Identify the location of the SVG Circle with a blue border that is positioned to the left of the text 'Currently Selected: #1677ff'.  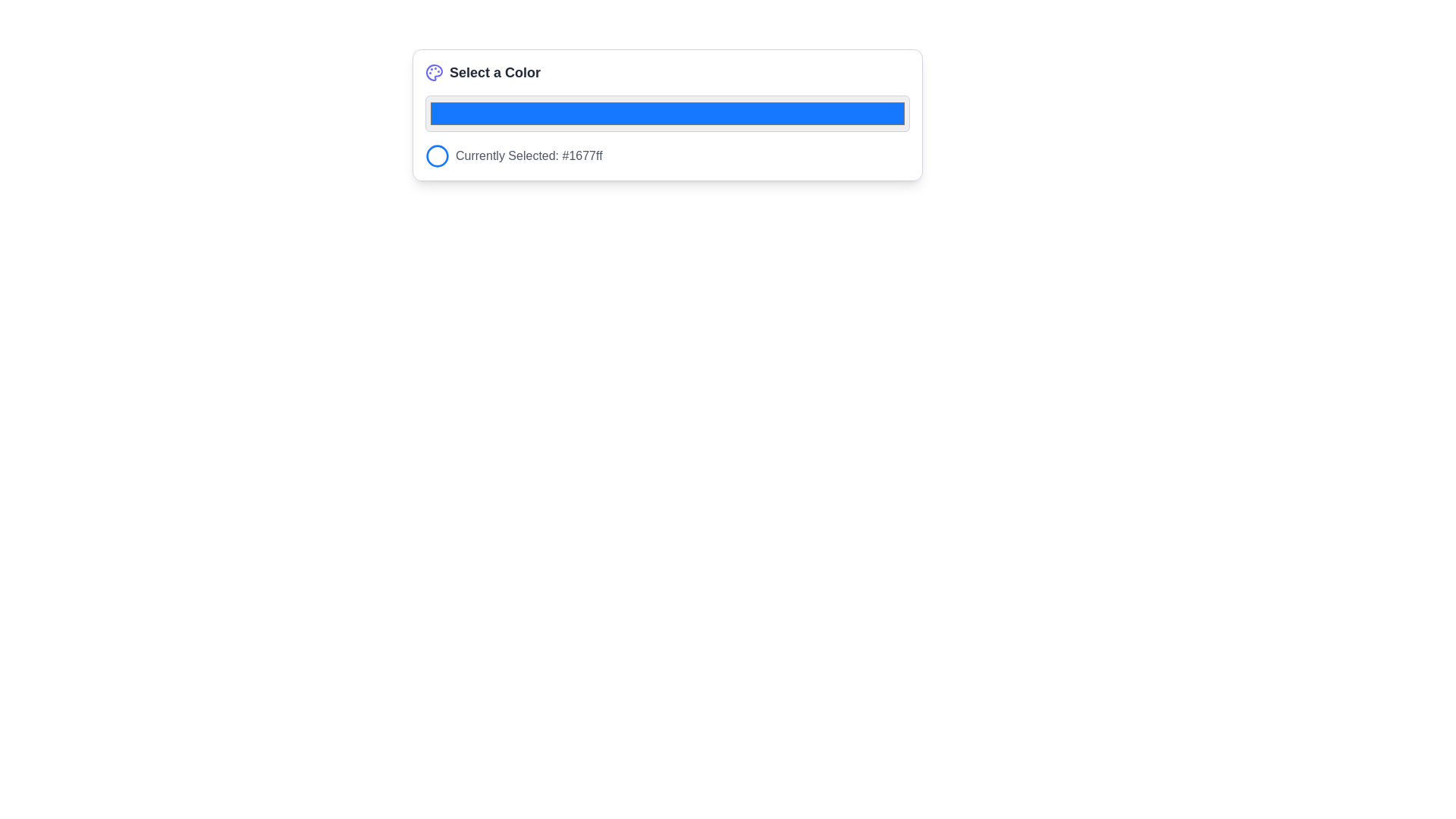
(436, 155).